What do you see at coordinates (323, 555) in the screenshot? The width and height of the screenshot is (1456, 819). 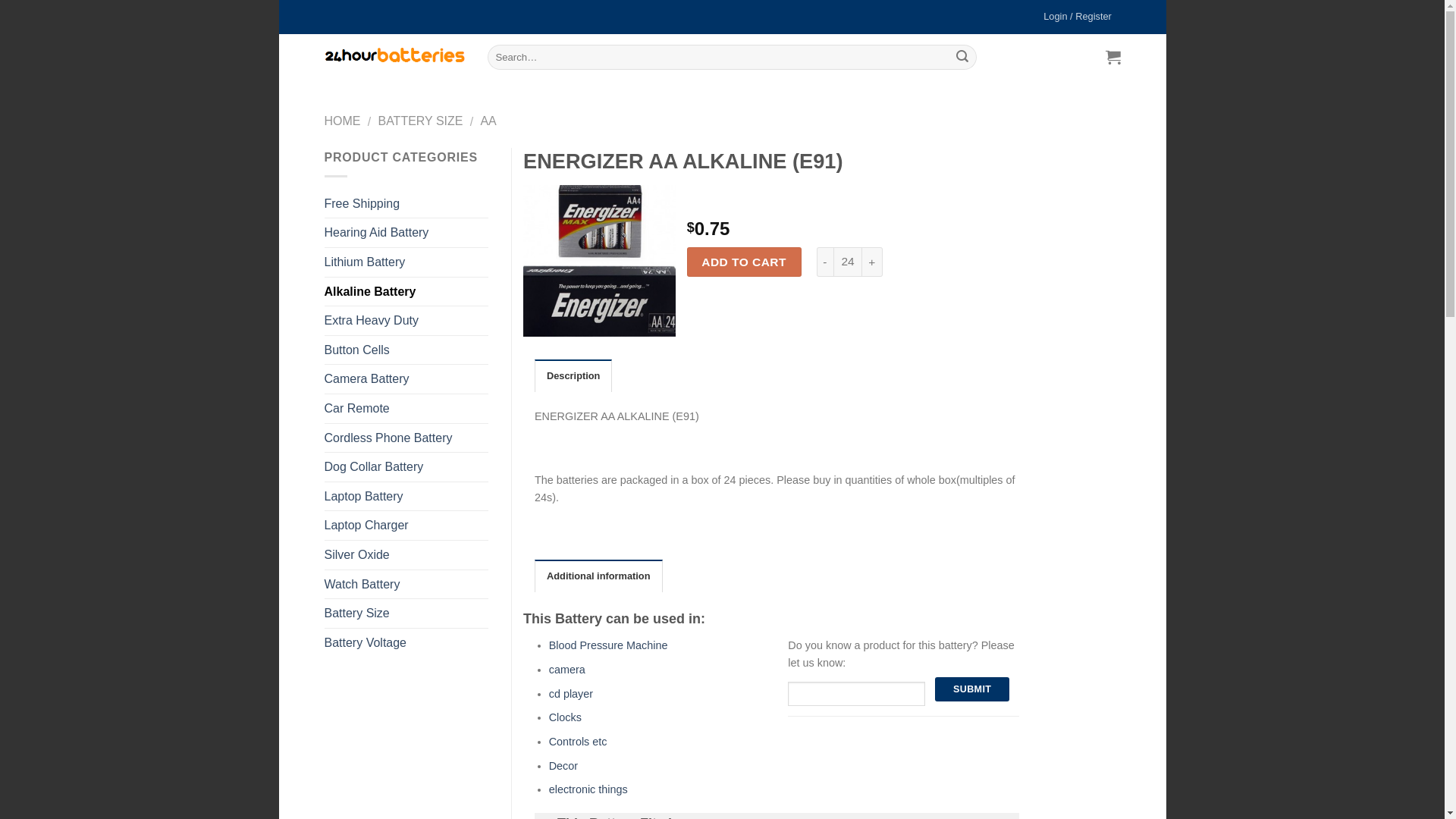 I see `'Silver Oxide'` at bounding box center [323, 555].